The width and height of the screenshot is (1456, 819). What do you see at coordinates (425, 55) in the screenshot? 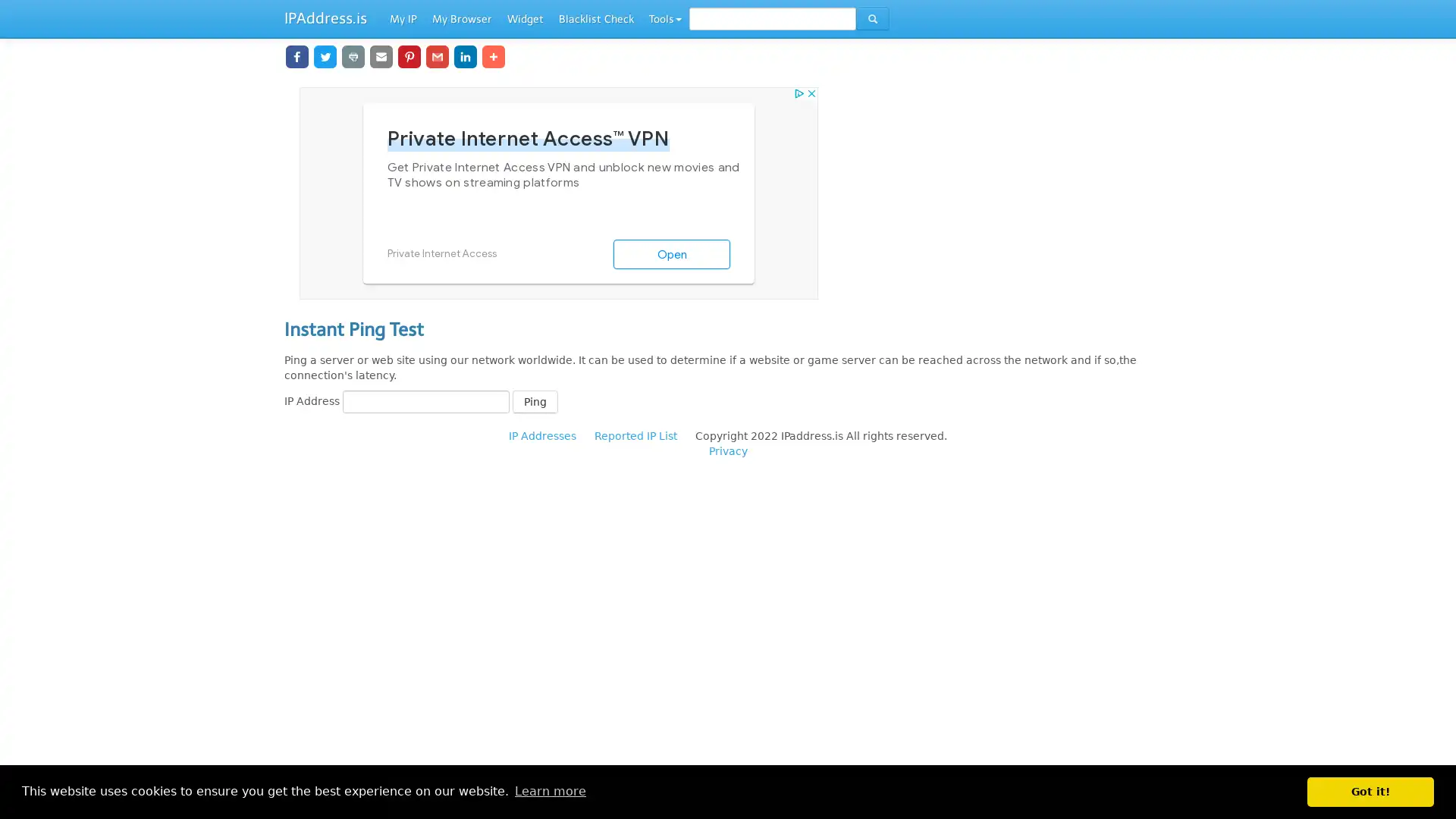
I see `Share to Gmail` at bounding box center [425, 55].